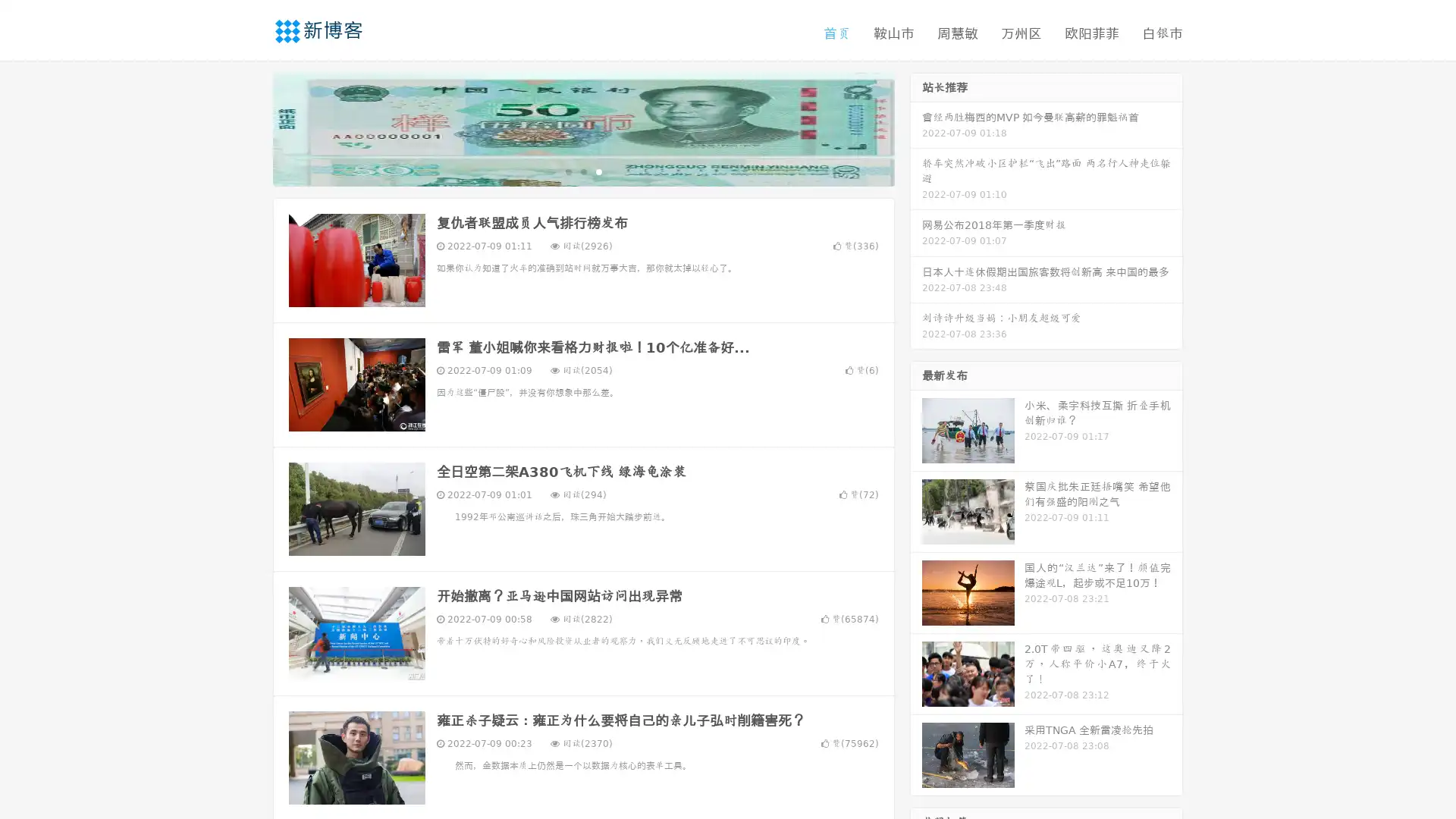  What do you see at coordinates (598, 171) in the screenshot?
I see `Go to slide 3` at bounding box center [598, 171].